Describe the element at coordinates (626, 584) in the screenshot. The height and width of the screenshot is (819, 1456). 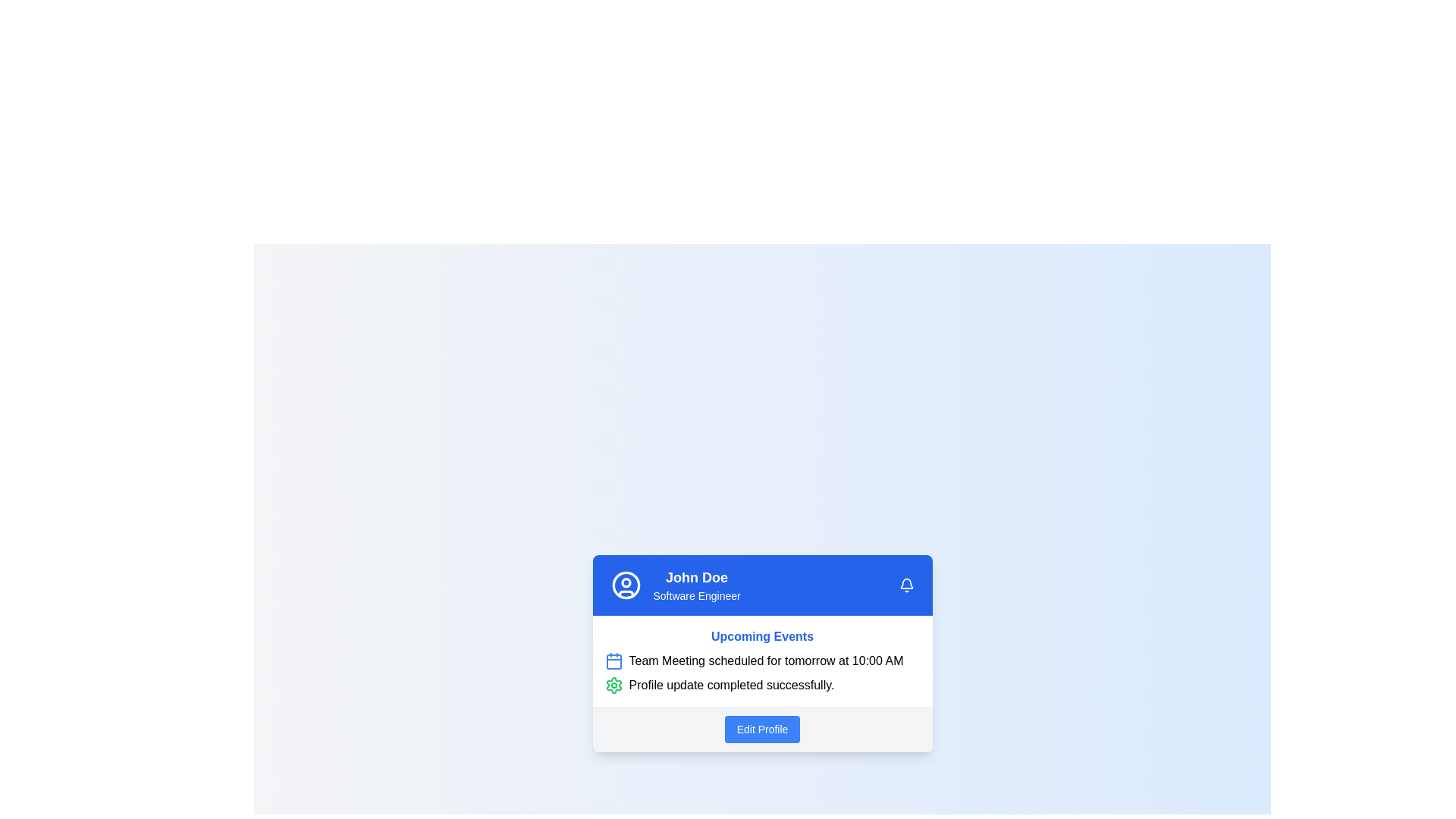
I see `the user/avatar icon located in the header of the card displaying 'John Doe' as the user name and 'Software Engineer' as the title` at that location.